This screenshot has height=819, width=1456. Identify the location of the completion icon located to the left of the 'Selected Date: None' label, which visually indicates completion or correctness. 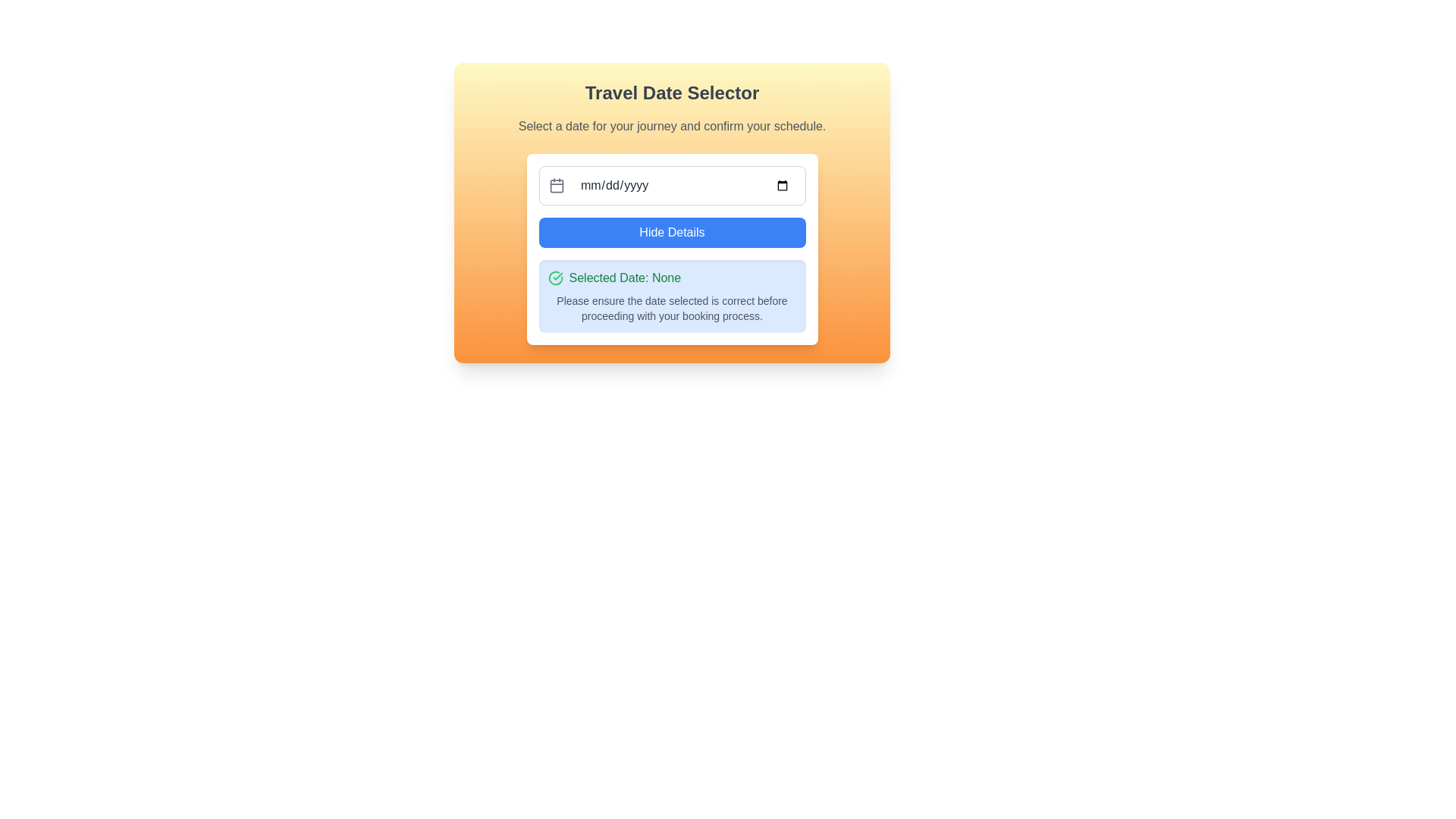
(554, 278).